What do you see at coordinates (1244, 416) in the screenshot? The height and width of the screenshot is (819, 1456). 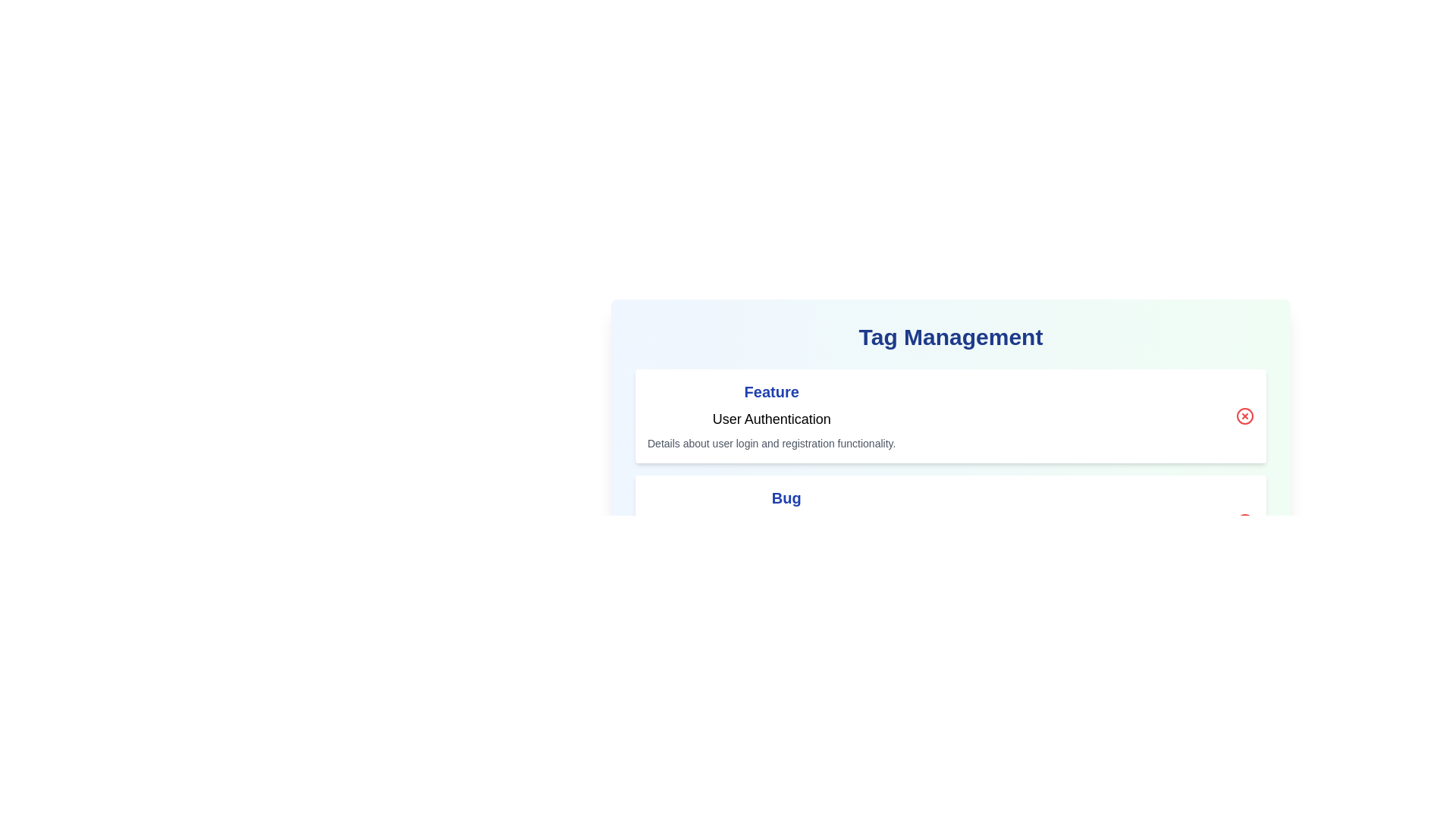 I see `the circular button with a red border and an 'X' inside, located in the top-right corner of the 'User Authentication' features card` at bounding box center [1244, 416].